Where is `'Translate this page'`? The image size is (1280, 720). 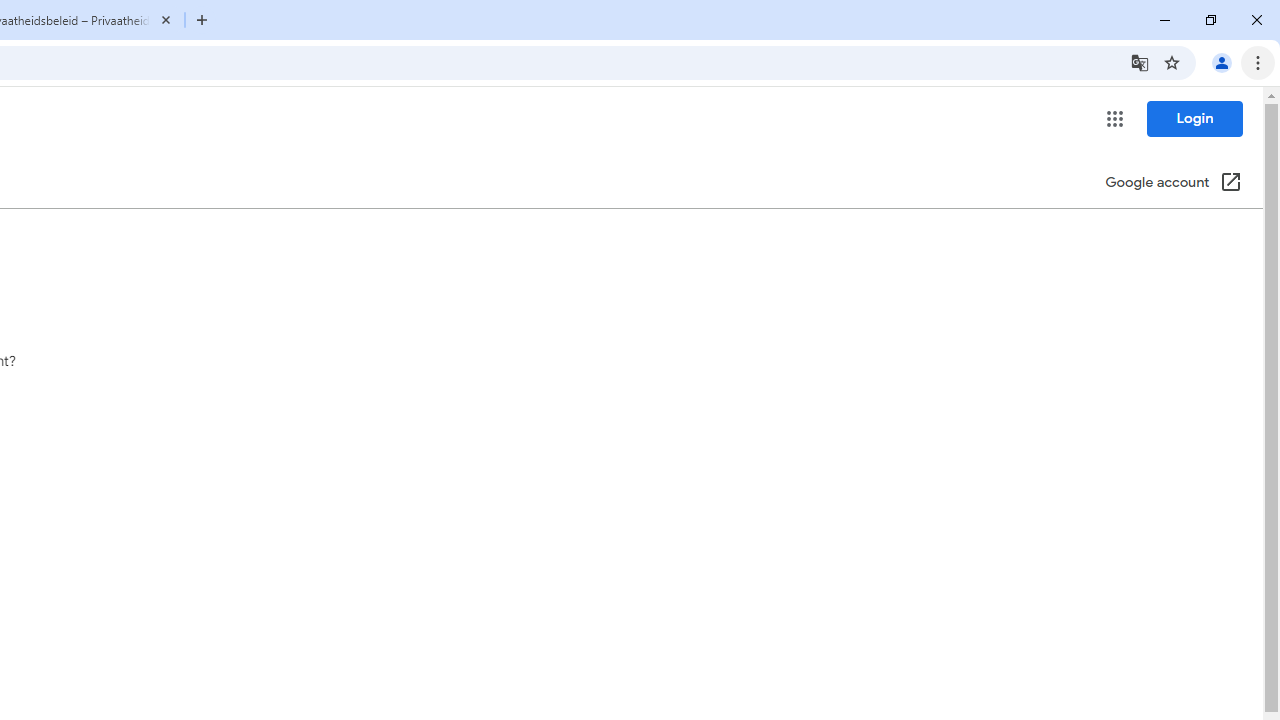 'Translate this page' is located at coordinates (1139, 61).